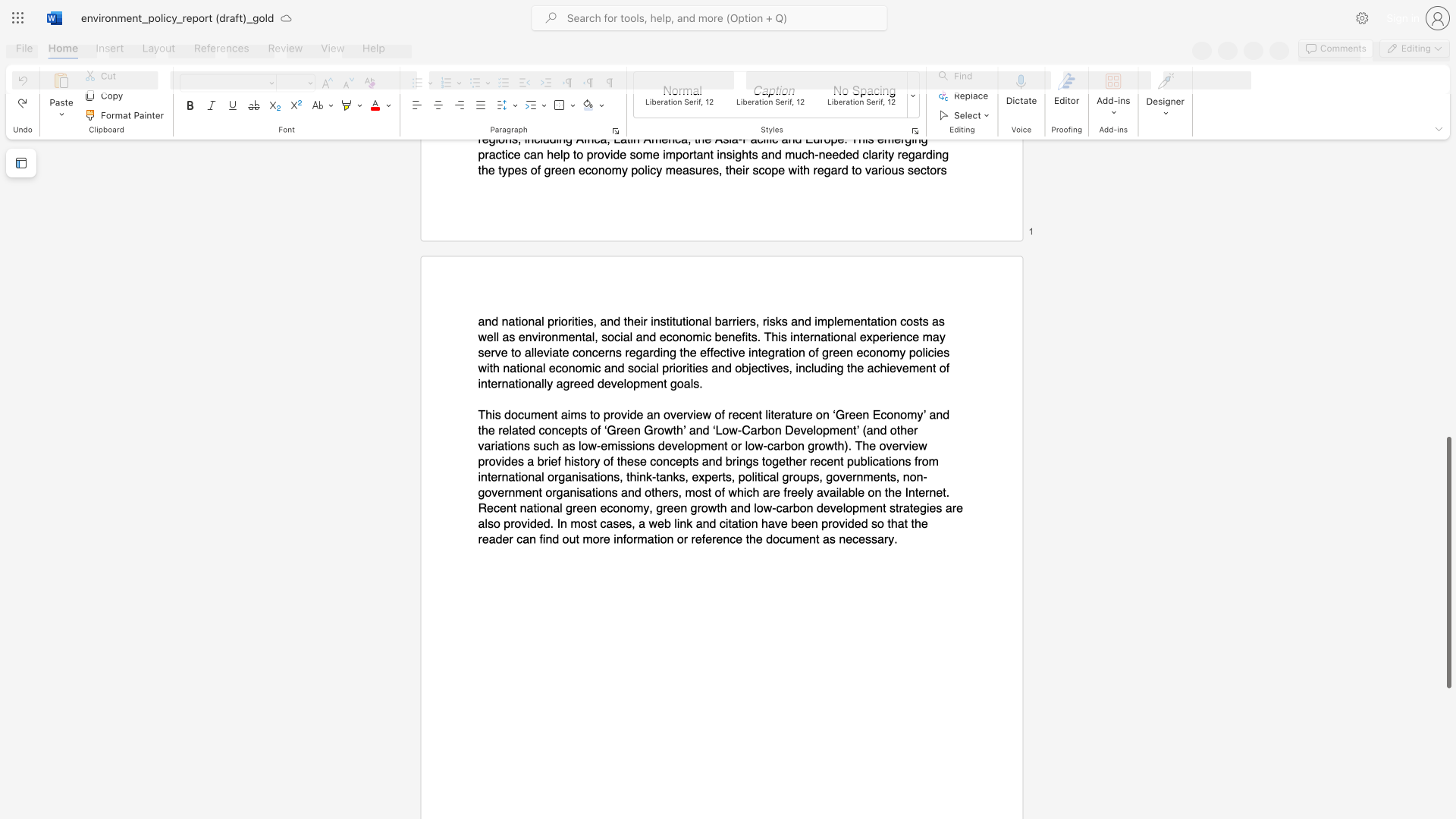 The height and width of the screenshot is (819, 1456). Describe the element at coordinates (1448, 158) in the screenshot. I see `the scrollbar on the right side to scroll the page up` at that location.